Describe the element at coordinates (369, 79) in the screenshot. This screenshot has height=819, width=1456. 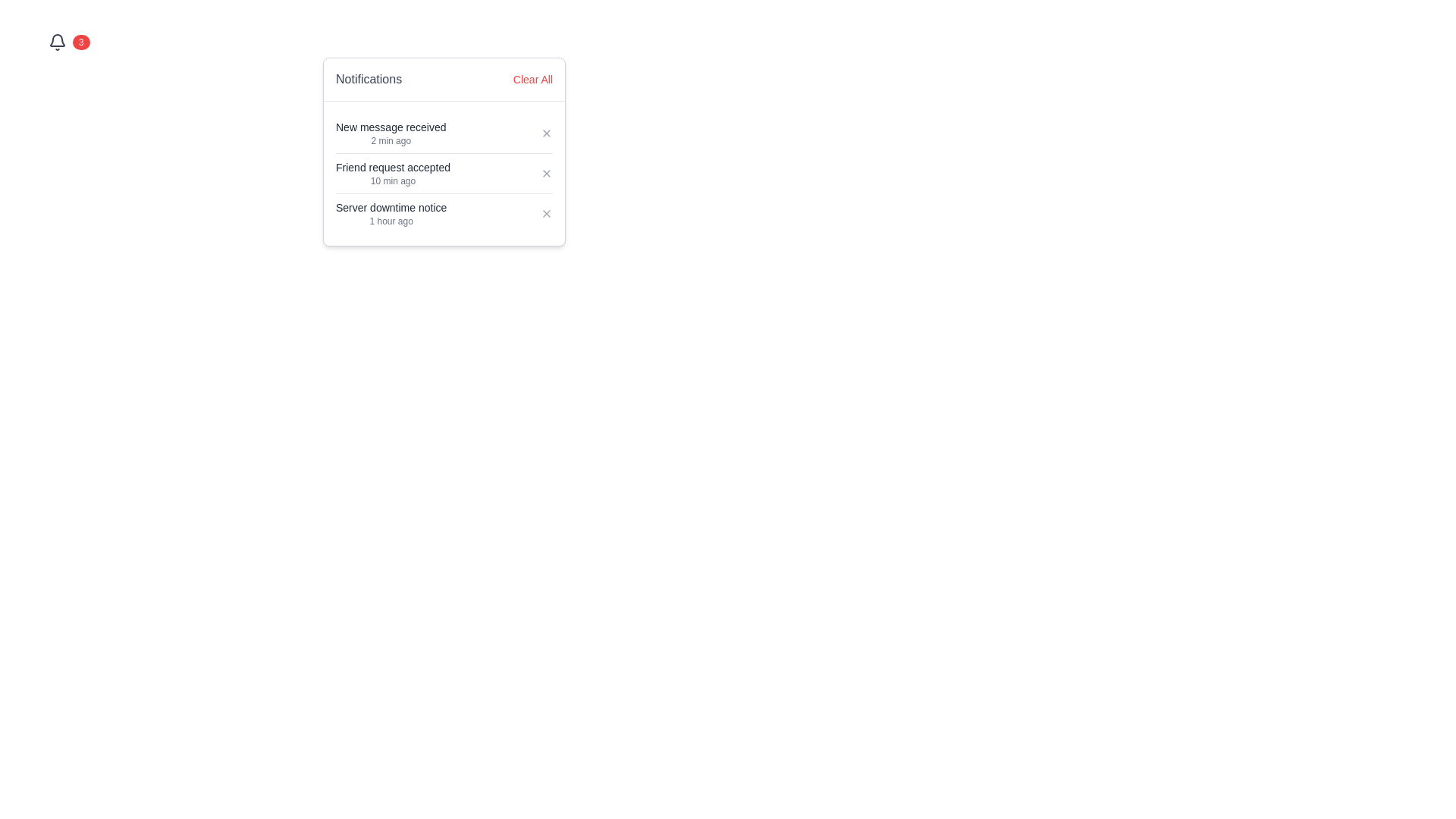
I see `the Text label or heading at the top-left of the notification panel, which indicates the purpose of the panel` at that location.